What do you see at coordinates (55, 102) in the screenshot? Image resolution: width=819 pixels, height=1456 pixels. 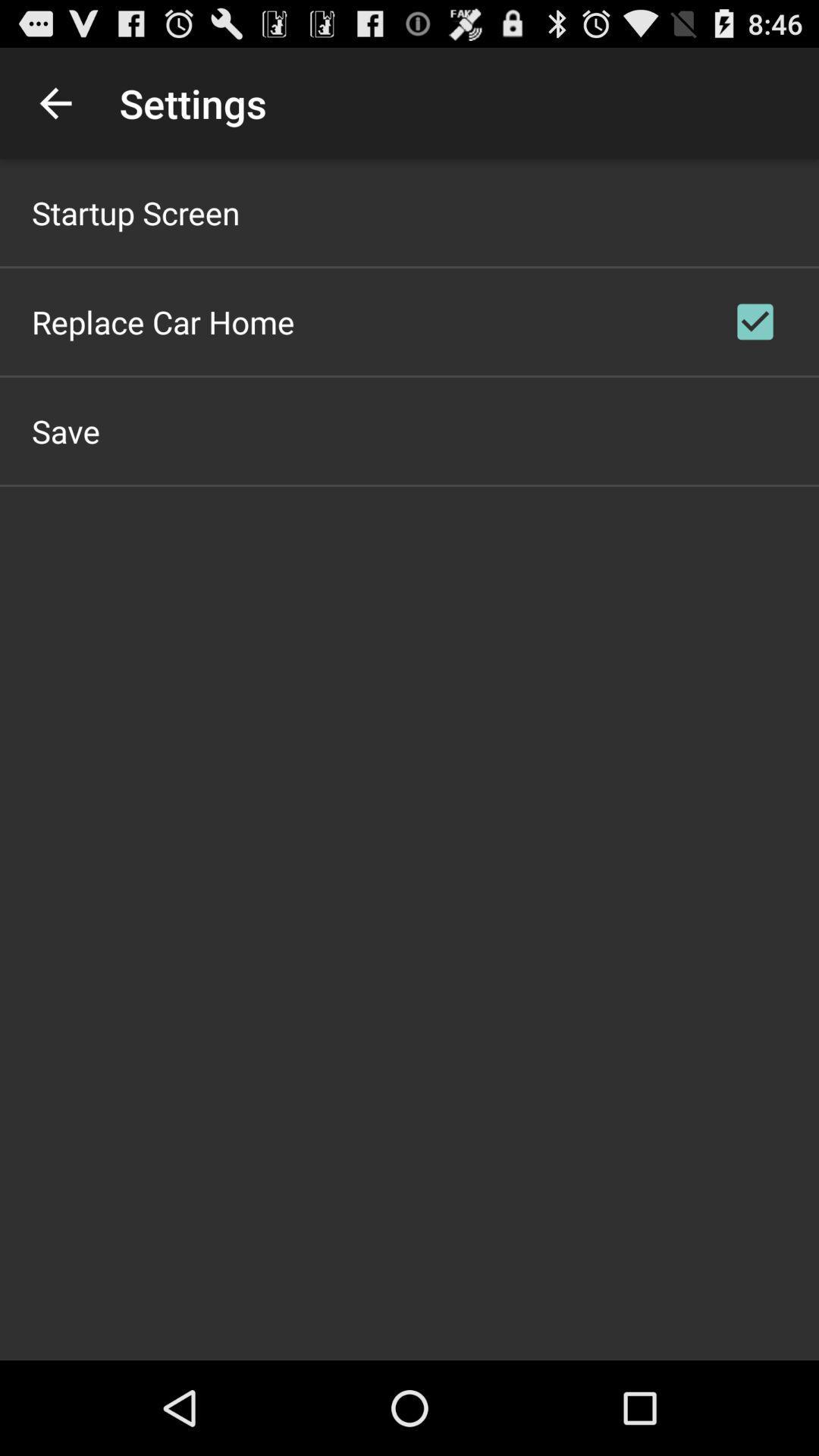 I see `icon above the startup screen icon` at bounding box center [55, 102].